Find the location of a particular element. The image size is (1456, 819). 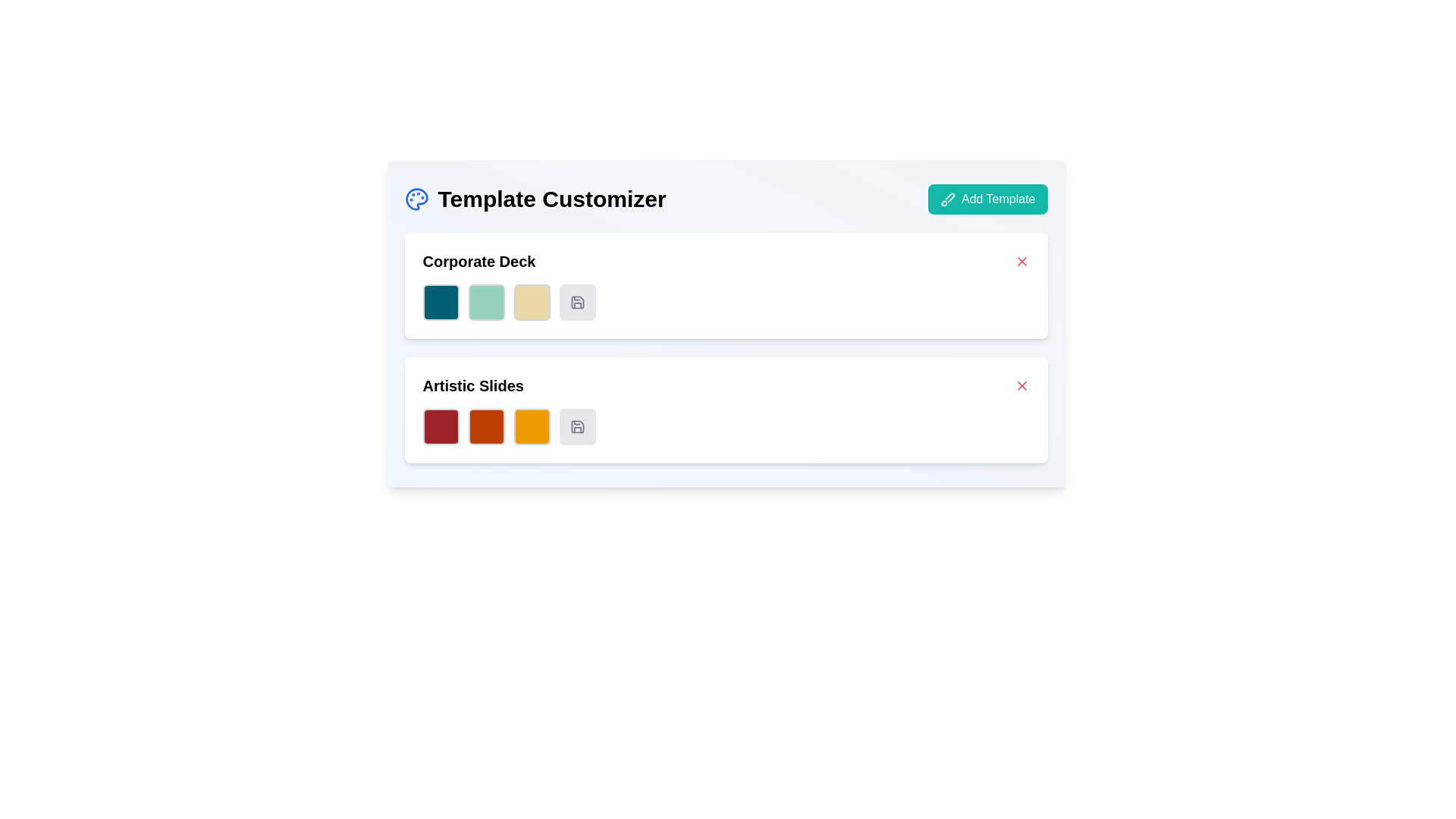

the first color block in the horizontal row of color blocks within the 'Artistic Slides' section is located at coordinates (440, 427).